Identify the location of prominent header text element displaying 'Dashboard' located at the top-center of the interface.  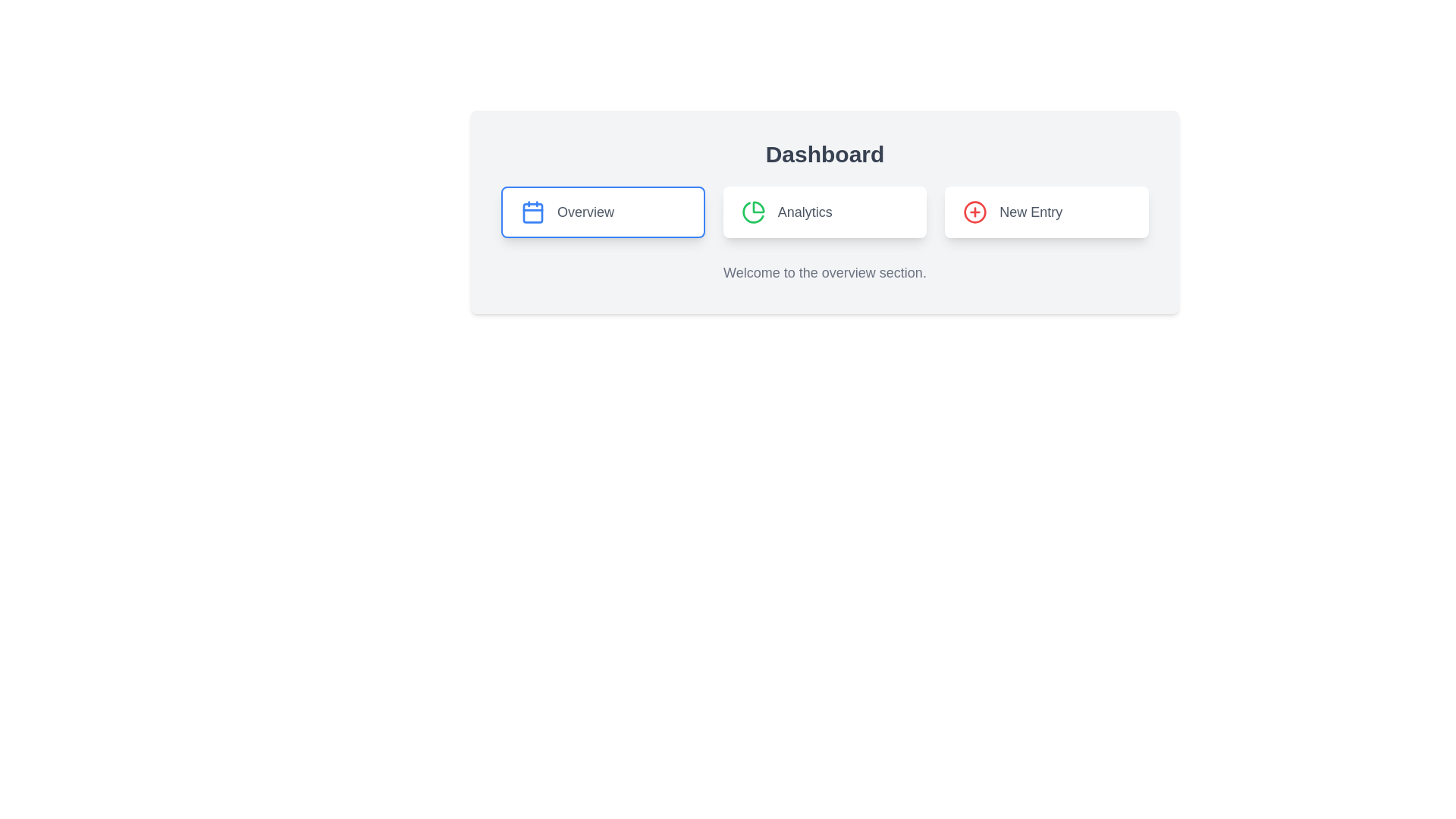
(824, 155).